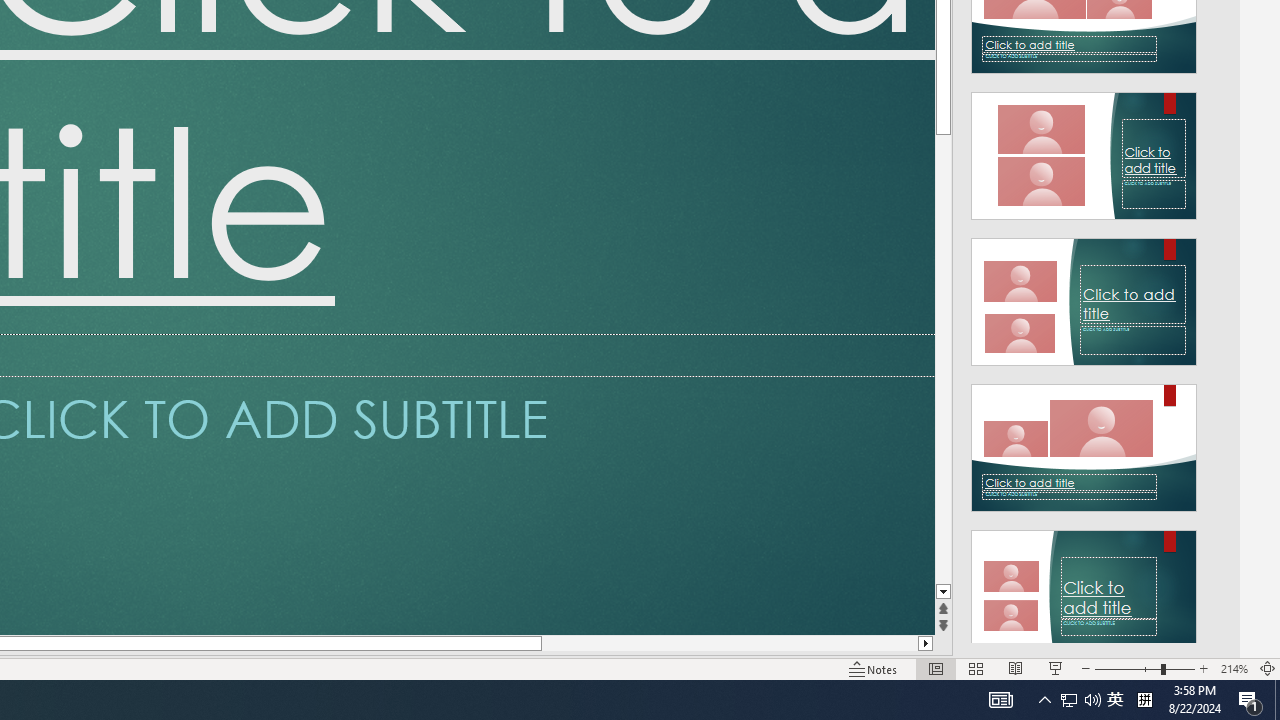  What do you see at coordinates (976, 669) in the screenshot?
I see `'Slide Sorter'` at bounding box center [976, 669].